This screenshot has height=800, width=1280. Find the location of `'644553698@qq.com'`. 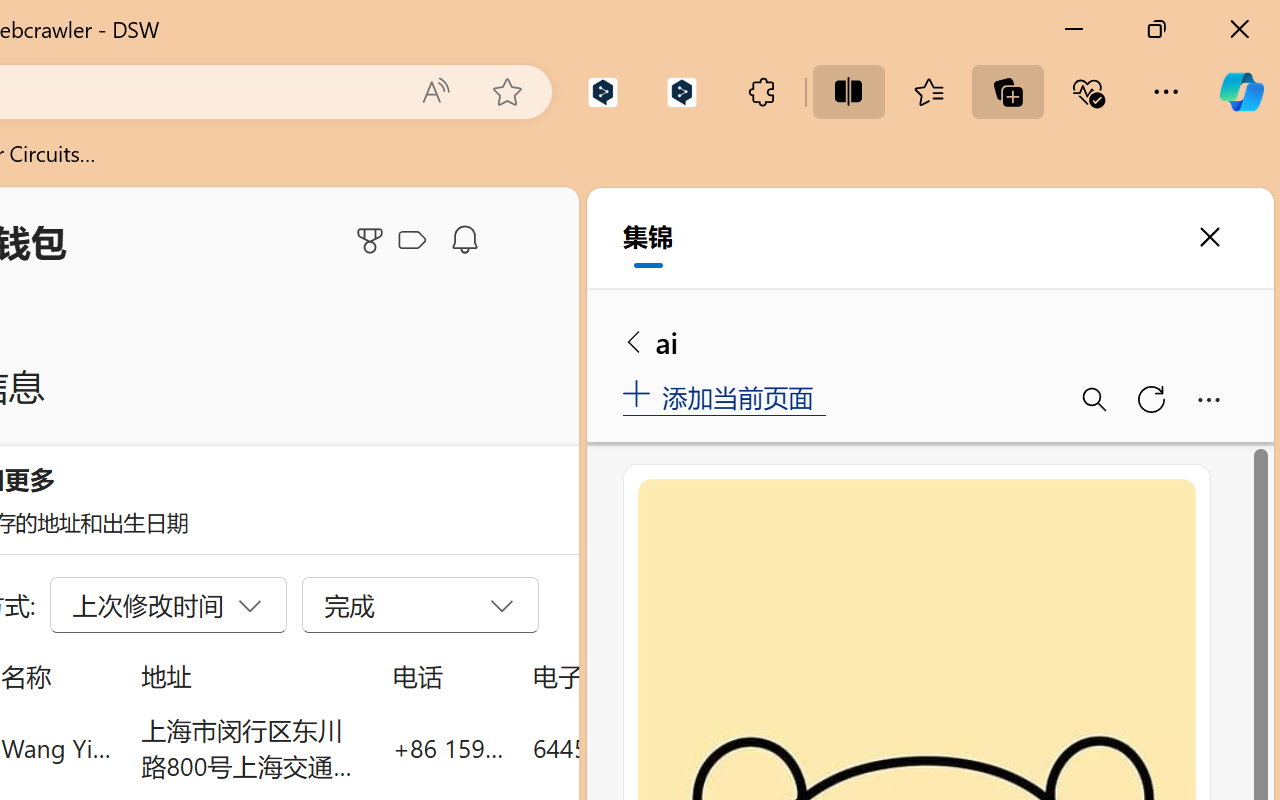

'644553698@qq.com' is located at coordinates (644, 747).